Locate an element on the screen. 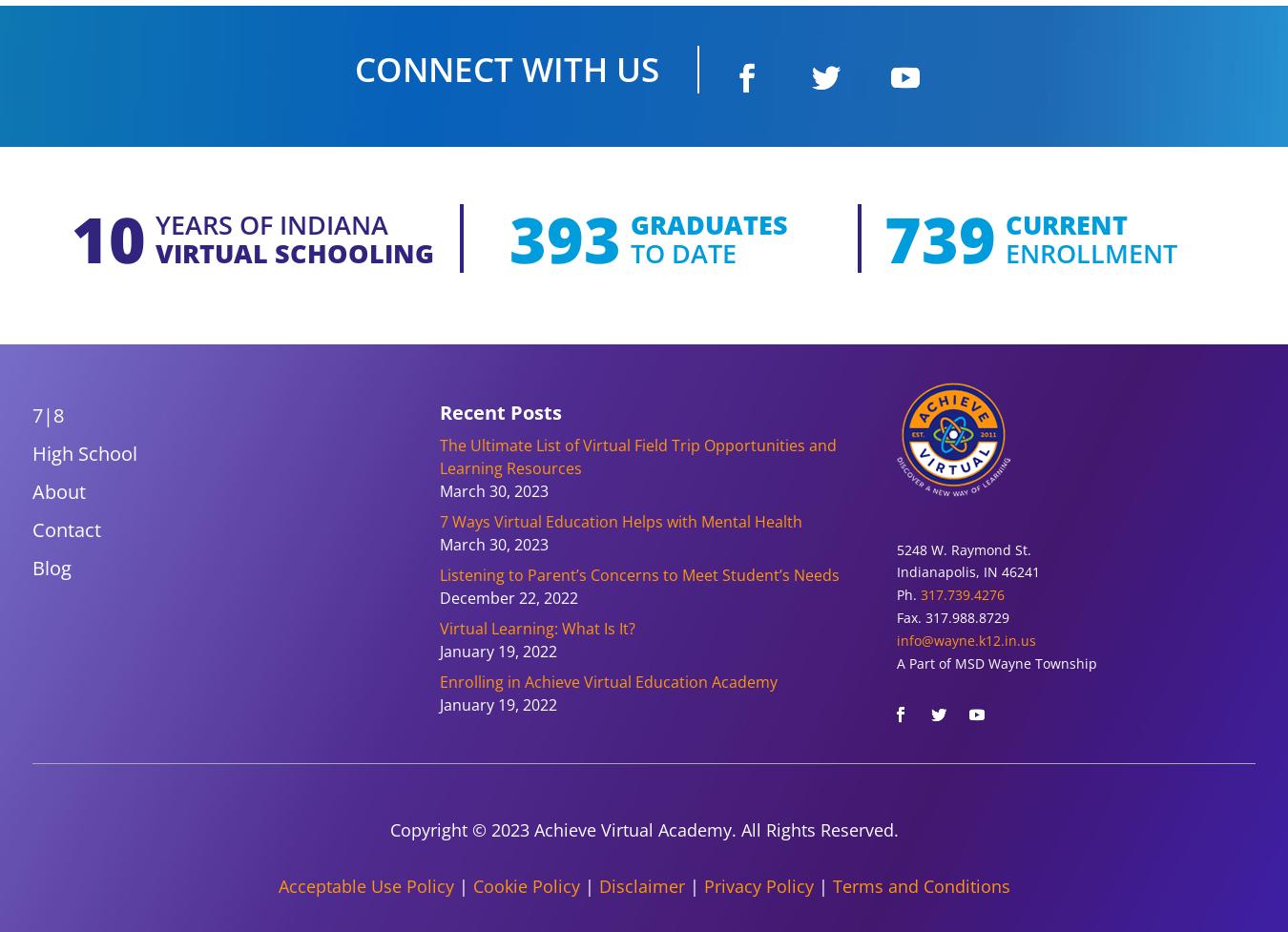 The image size is (1288, 932). 'High School' is located at coordinates (30, 452).